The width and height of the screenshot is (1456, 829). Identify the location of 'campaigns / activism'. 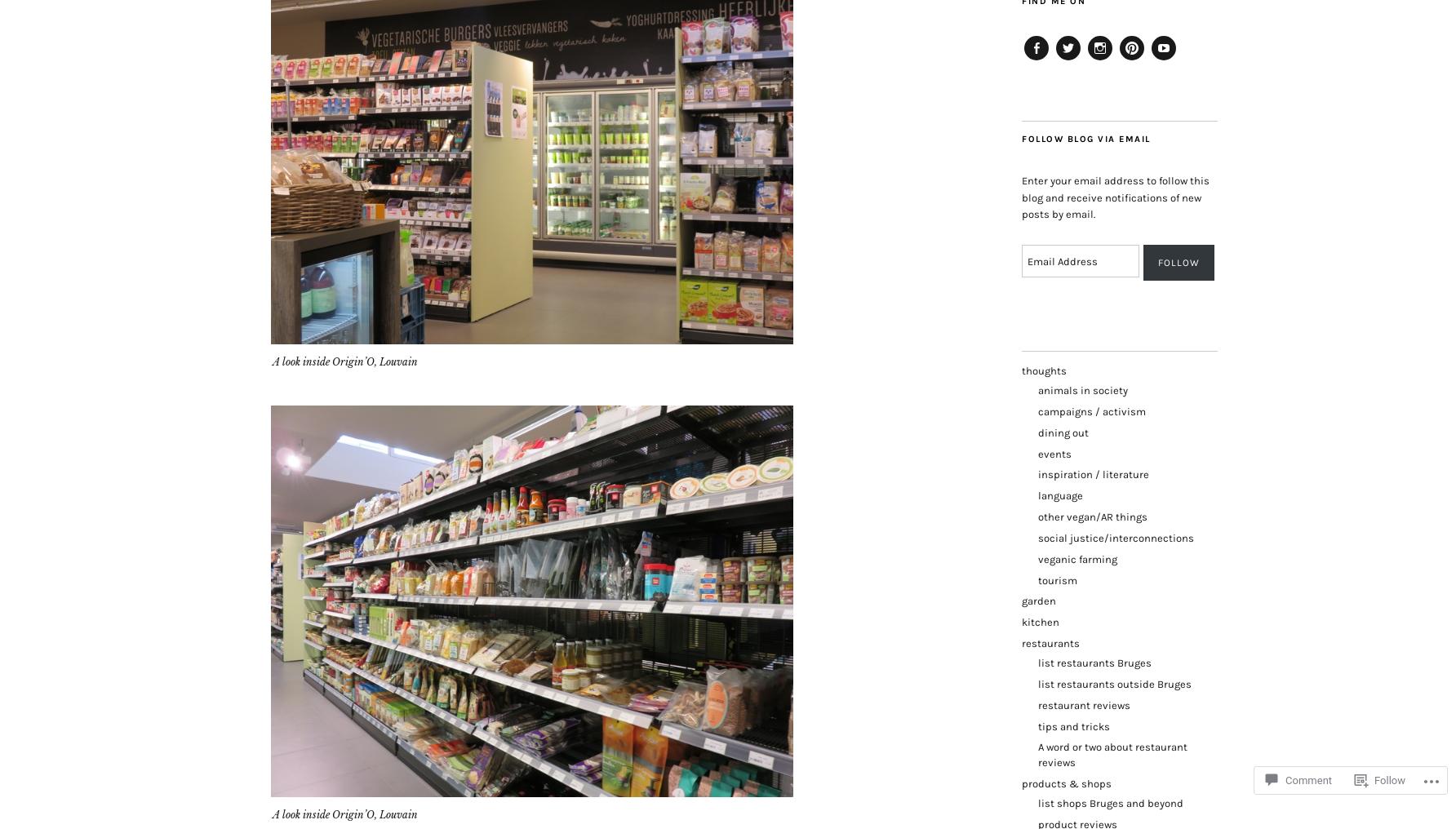
(1092, 410).